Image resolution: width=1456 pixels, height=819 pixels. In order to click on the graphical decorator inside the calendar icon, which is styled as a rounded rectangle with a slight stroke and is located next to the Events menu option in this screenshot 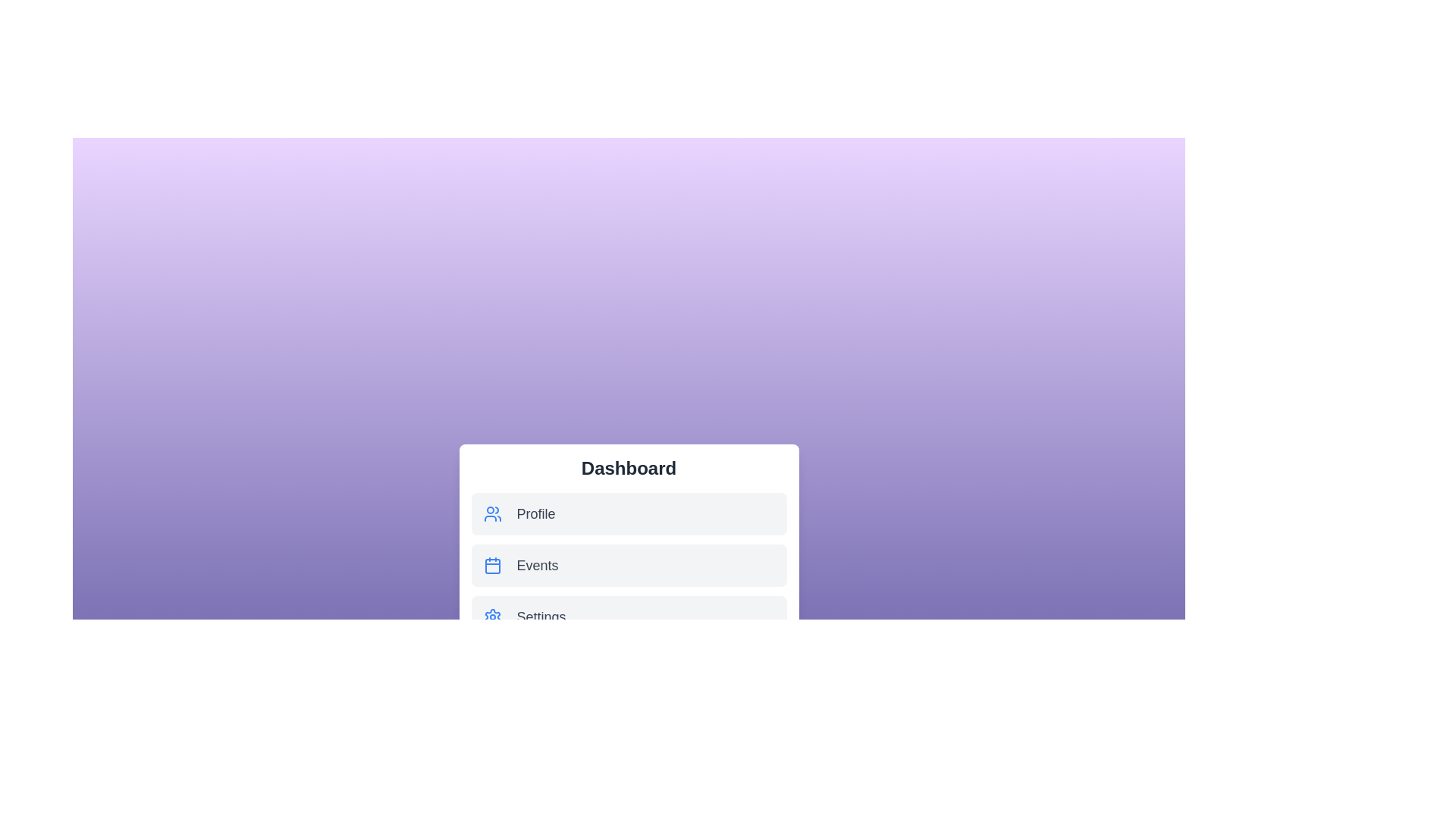, I will do `click(492, 566)`.